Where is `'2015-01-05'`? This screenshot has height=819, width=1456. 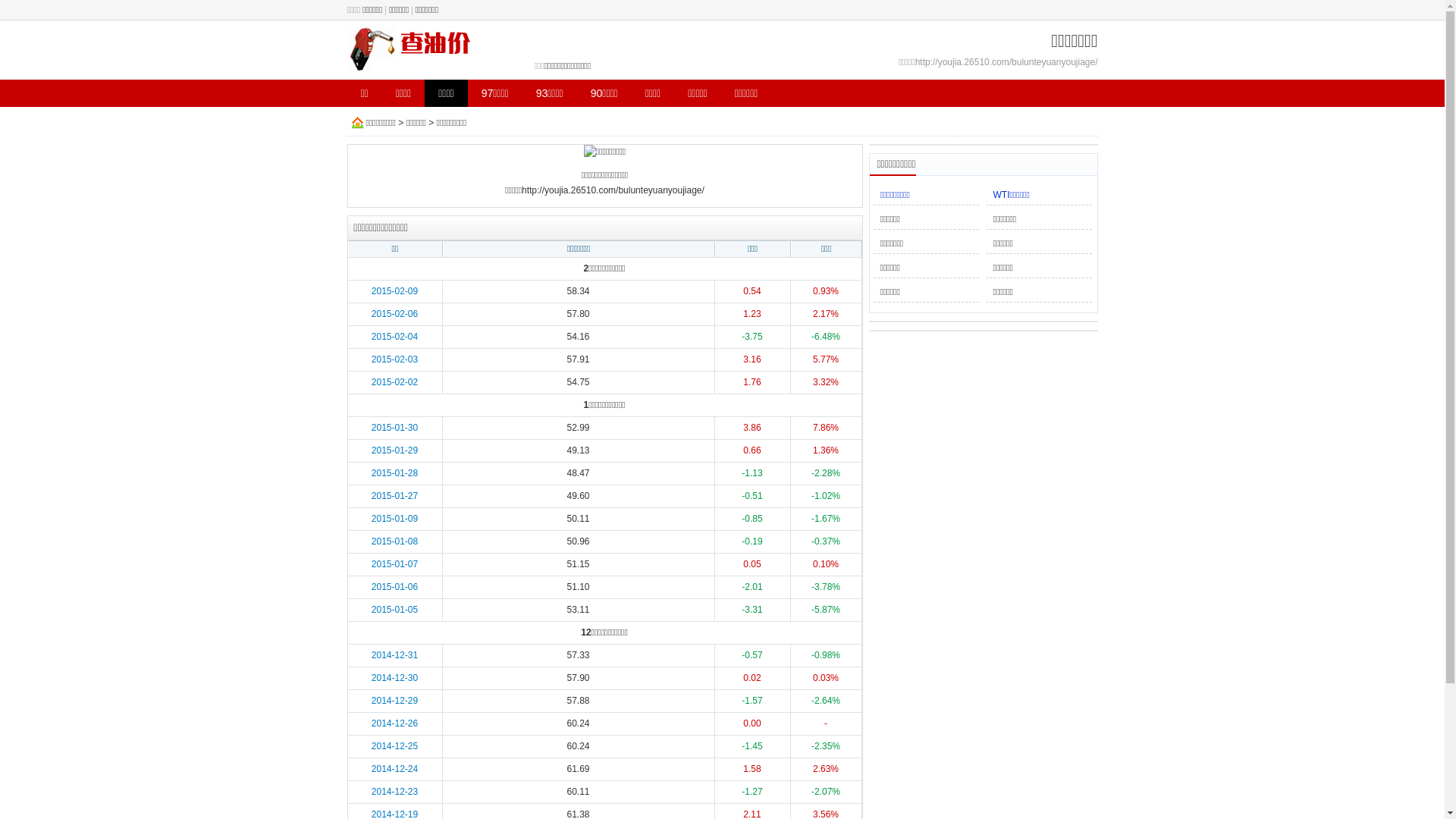
'2015-01-05' is located at coordinates (394, 608).